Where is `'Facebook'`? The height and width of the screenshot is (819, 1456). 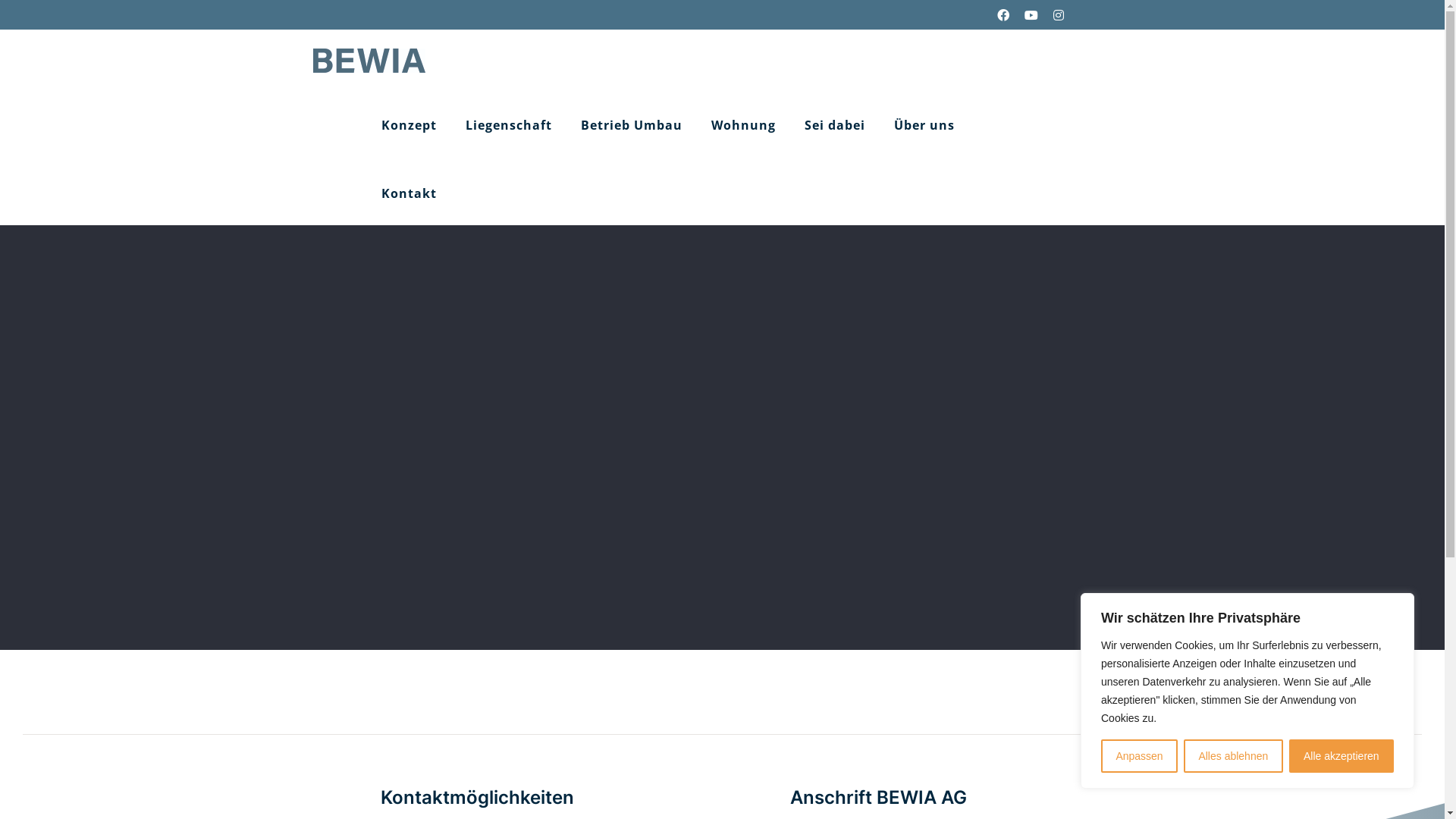
'Facebook' is located at coordinates (996, 14).